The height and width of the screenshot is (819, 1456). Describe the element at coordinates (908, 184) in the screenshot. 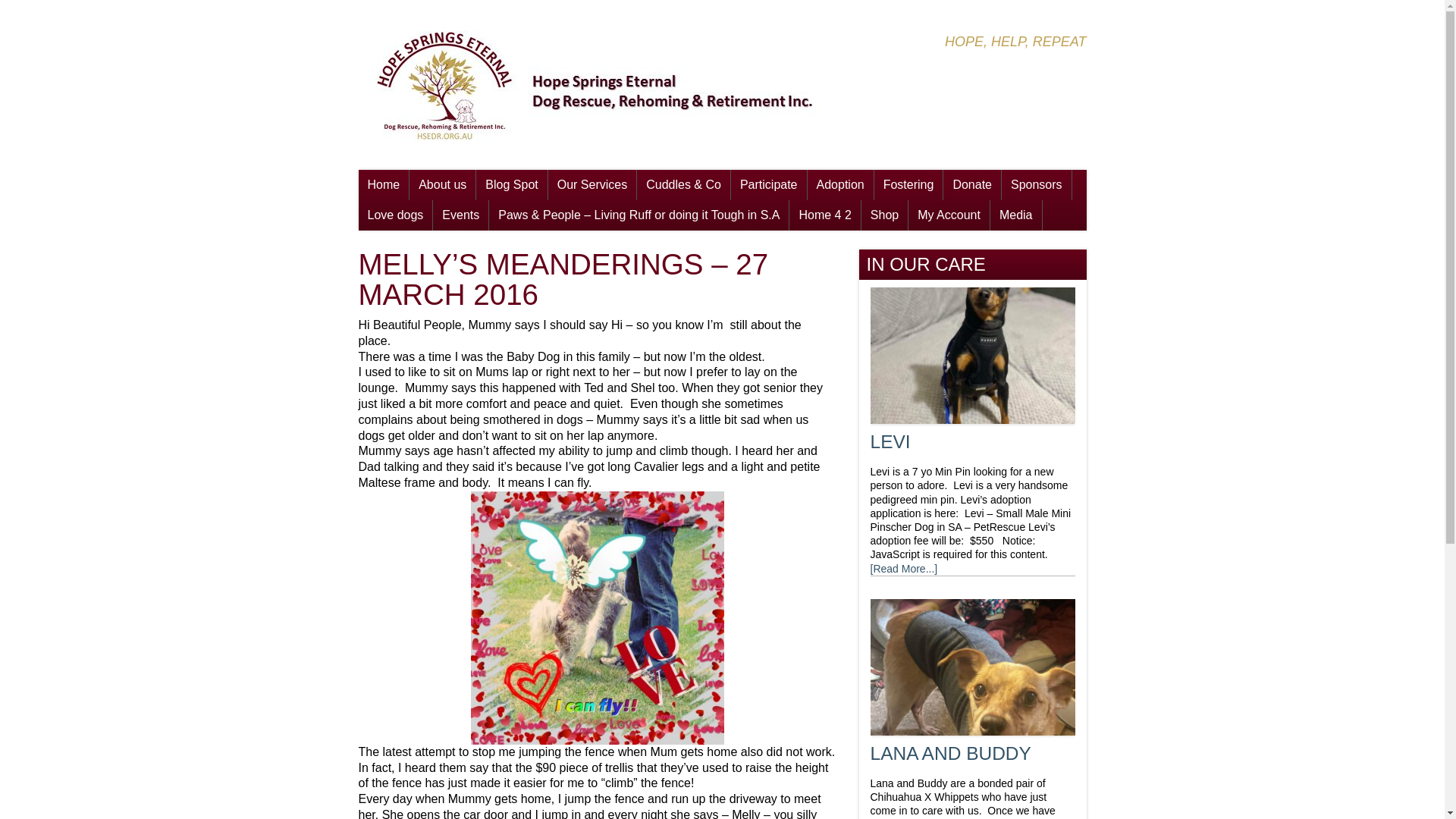

I see `'Fostering'` at that location.